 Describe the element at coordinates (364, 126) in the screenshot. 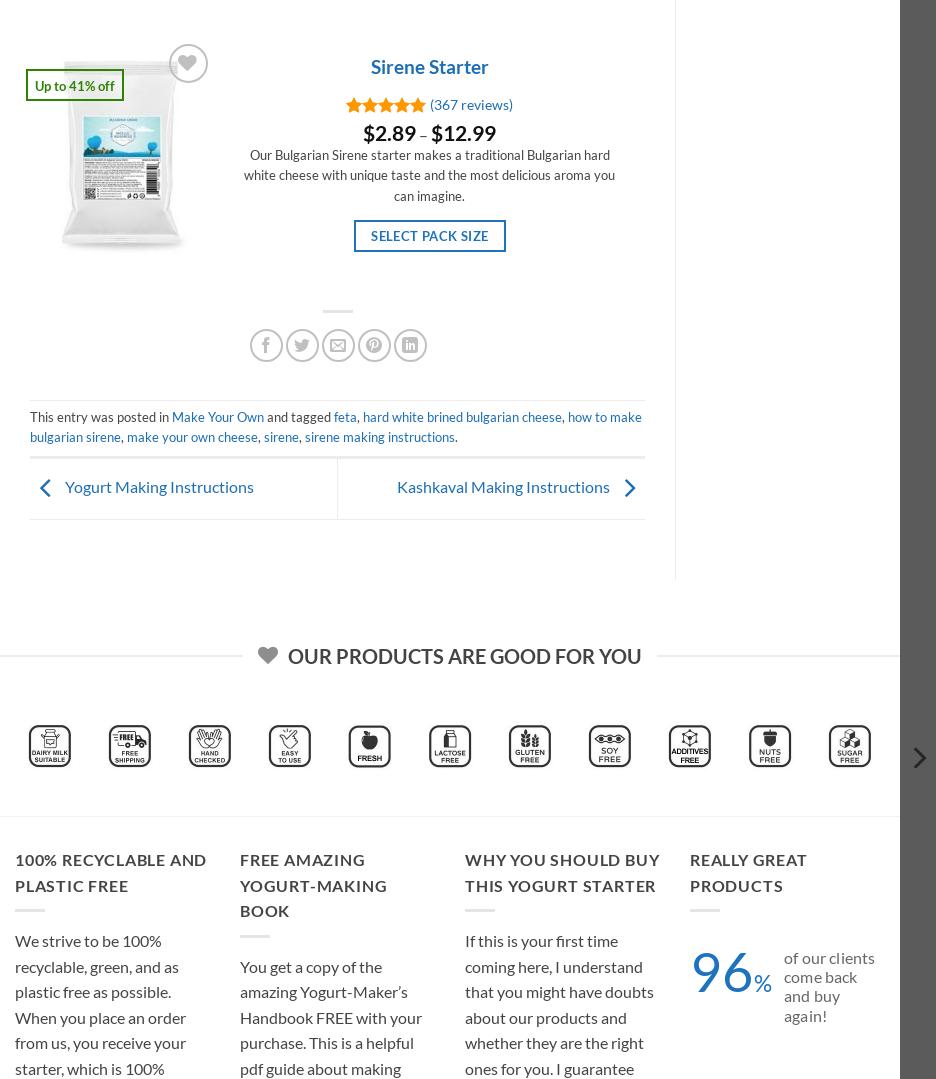

I see `'Rated'` at that location.